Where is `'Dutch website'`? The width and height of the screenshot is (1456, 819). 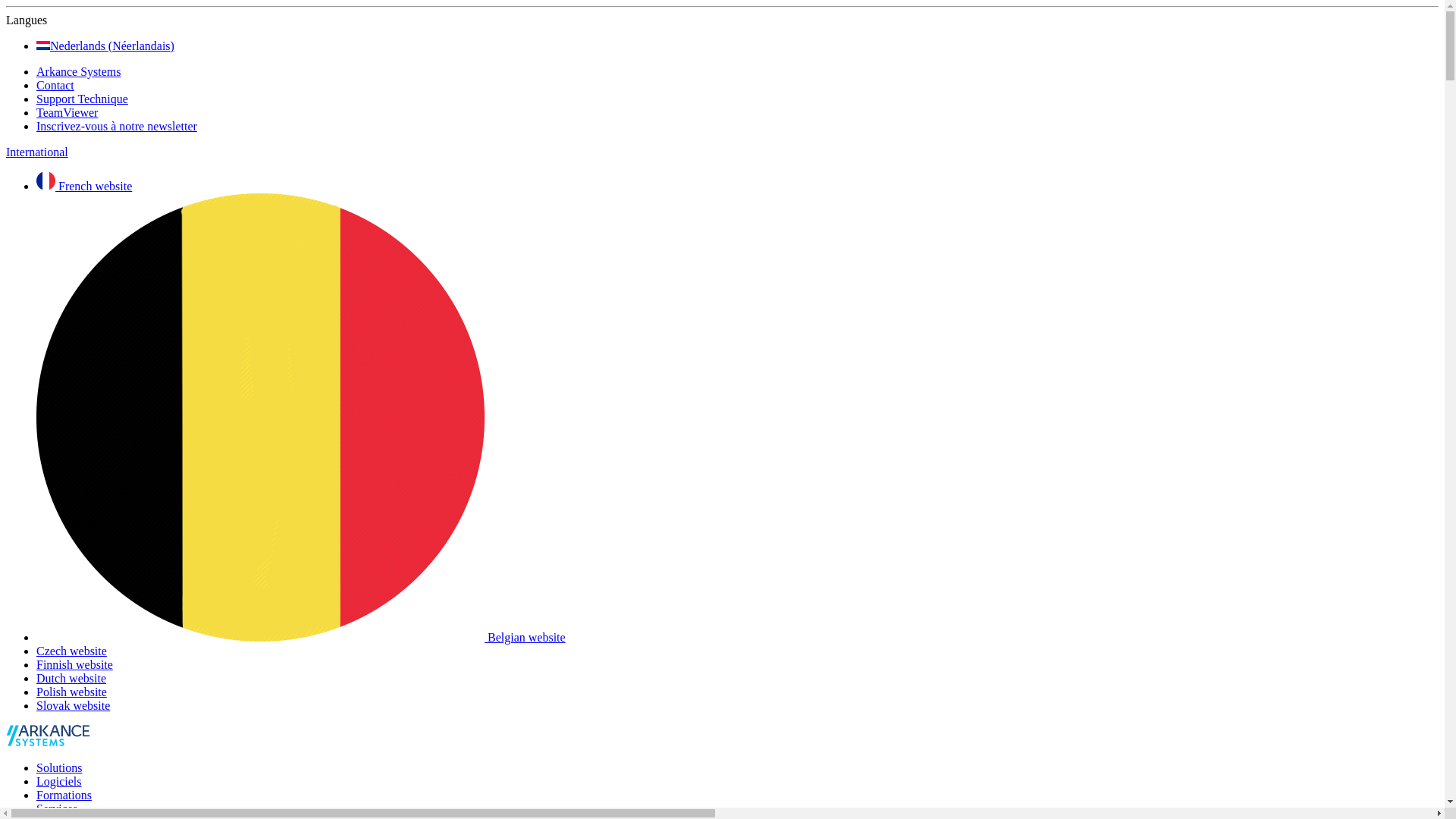 'Dutch website' is located at coordinates (71, 677).